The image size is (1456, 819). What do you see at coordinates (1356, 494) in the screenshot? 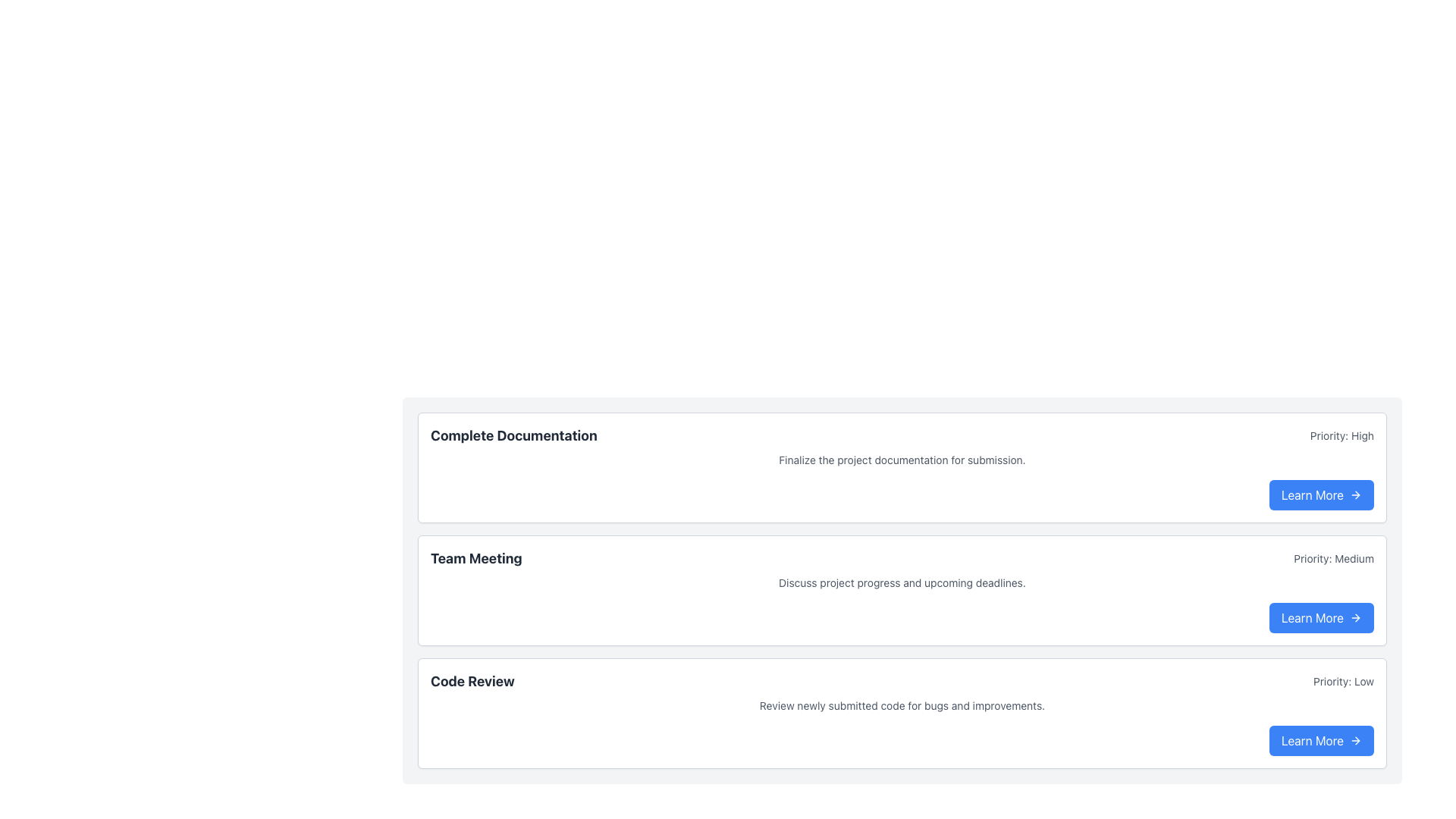
I see `the arrow icon located on the far right side of the 'Learn More' button` at bounding box center [1356, 494].